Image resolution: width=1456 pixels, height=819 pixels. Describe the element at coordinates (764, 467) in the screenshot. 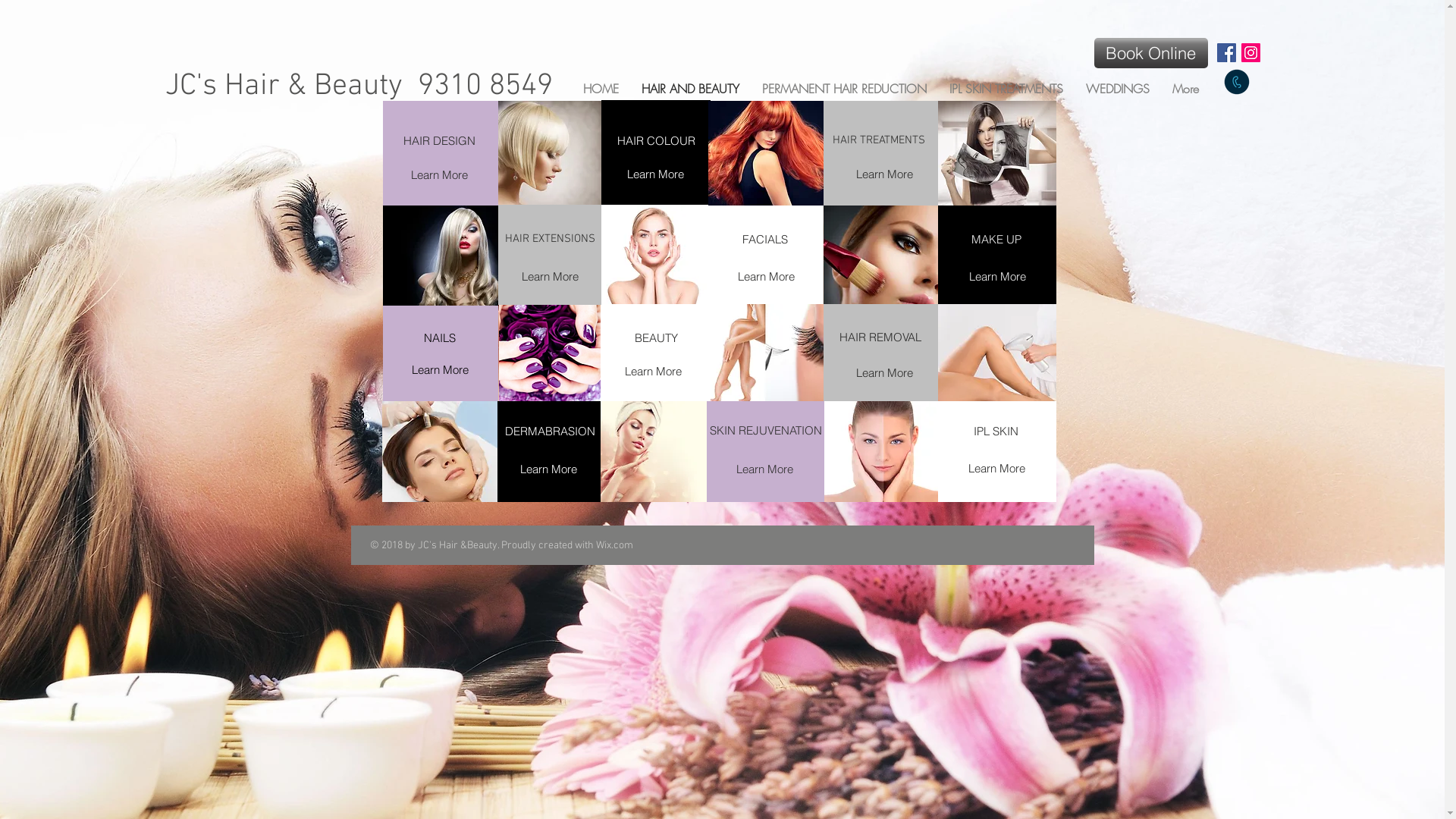

I see `'Learn More'` at that location.